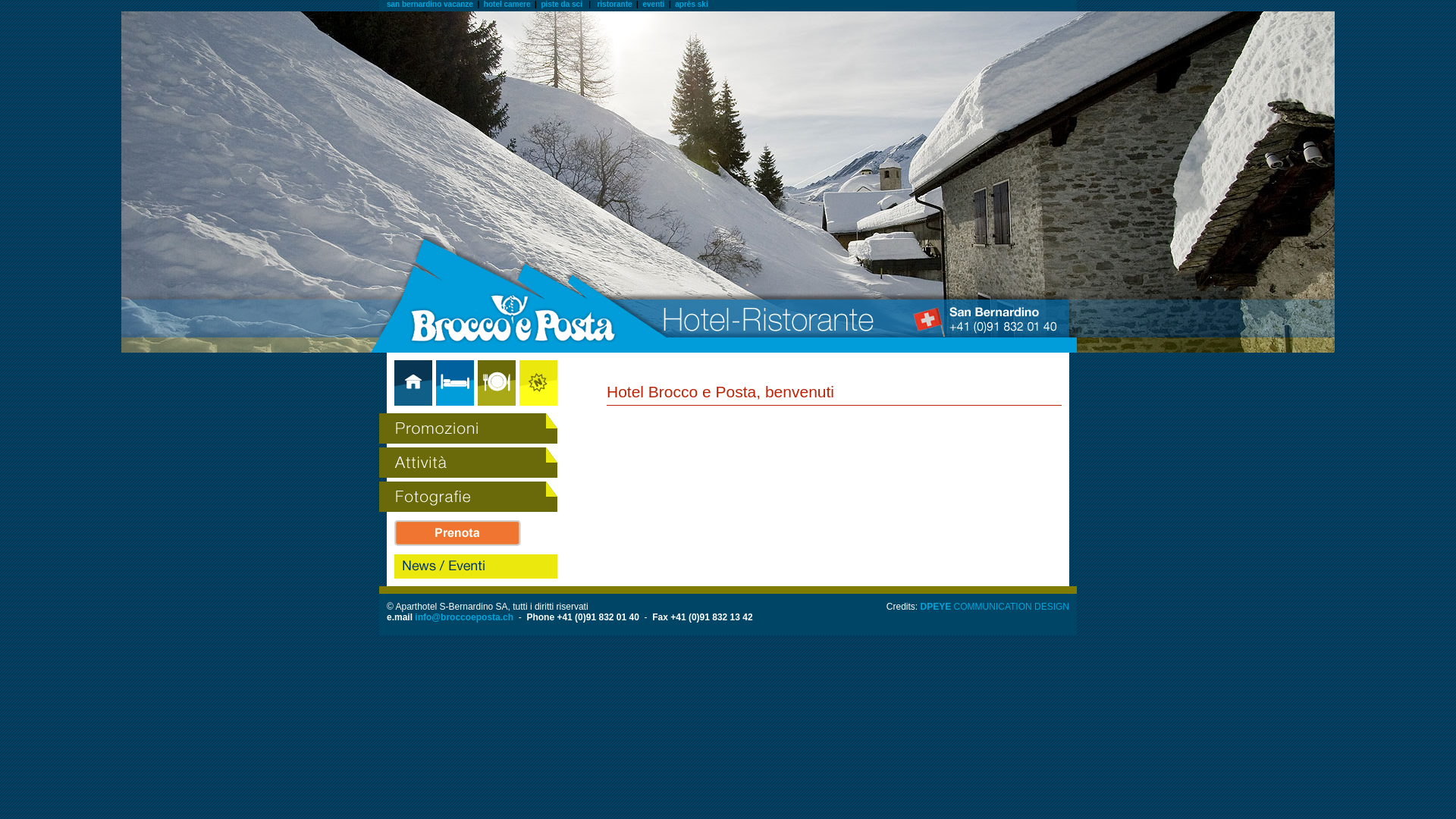 The image size is (1456, 819). Describe the element at coordinates (463, 497) in the screenshot. I see `'Fotograzie brocco'` at that location.